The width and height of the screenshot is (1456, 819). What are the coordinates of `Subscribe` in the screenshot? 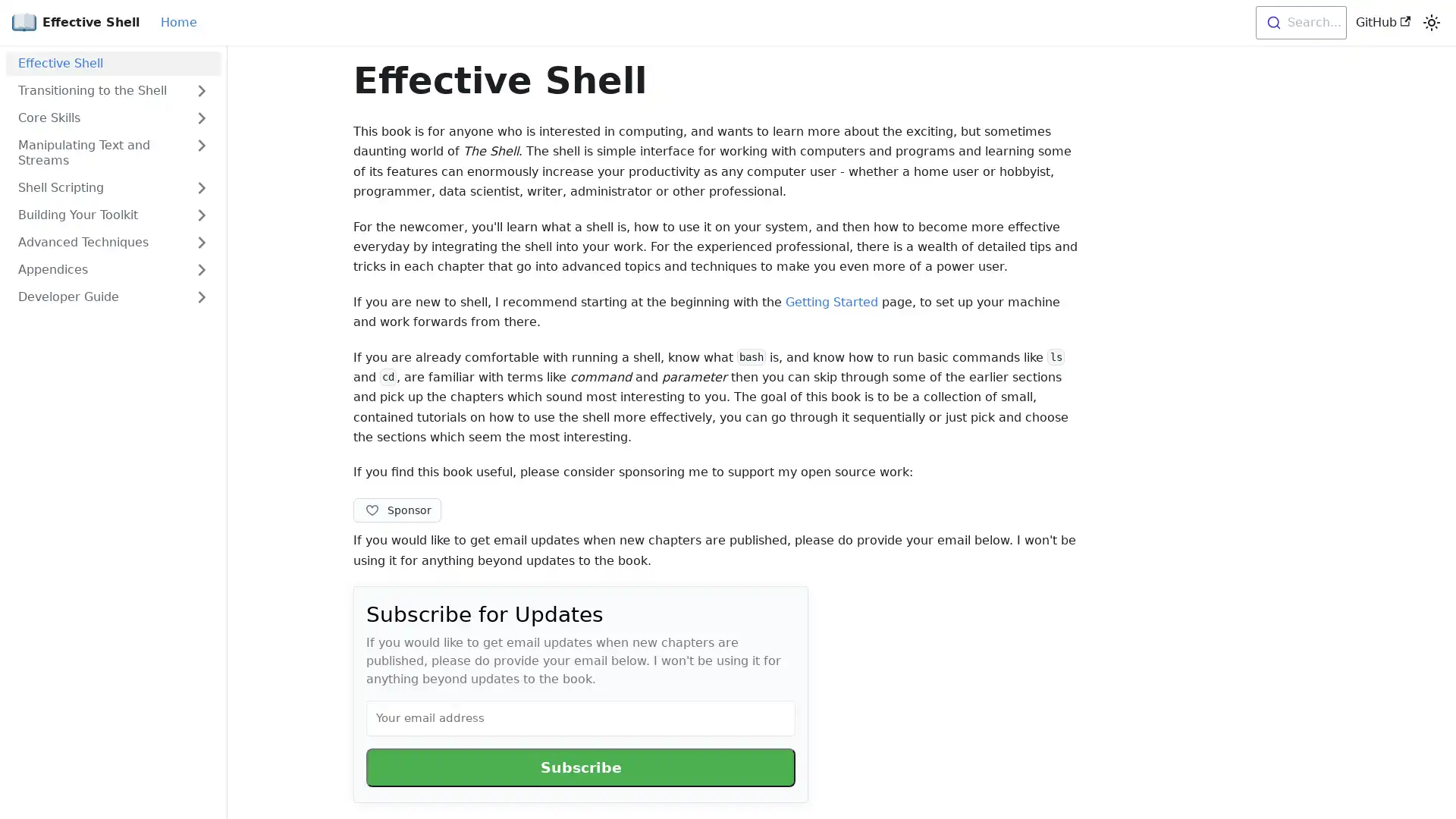 It's located at (580, 767).